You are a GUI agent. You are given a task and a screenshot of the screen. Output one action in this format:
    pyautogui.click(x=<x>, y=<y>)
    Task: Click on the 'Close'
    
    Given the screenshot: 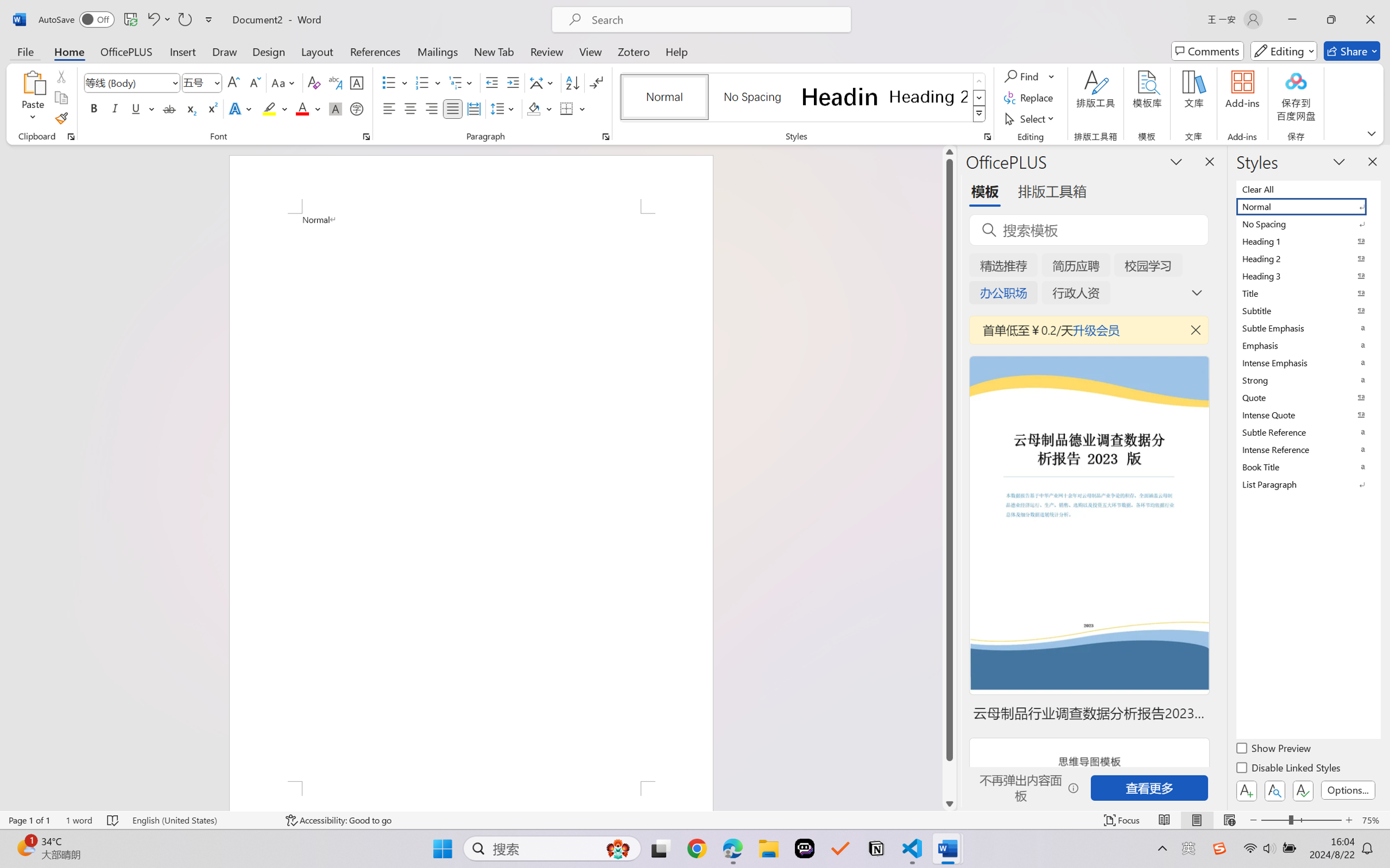 What is the action you would take?
    pyautogui.click(x=1370, y=19)
    